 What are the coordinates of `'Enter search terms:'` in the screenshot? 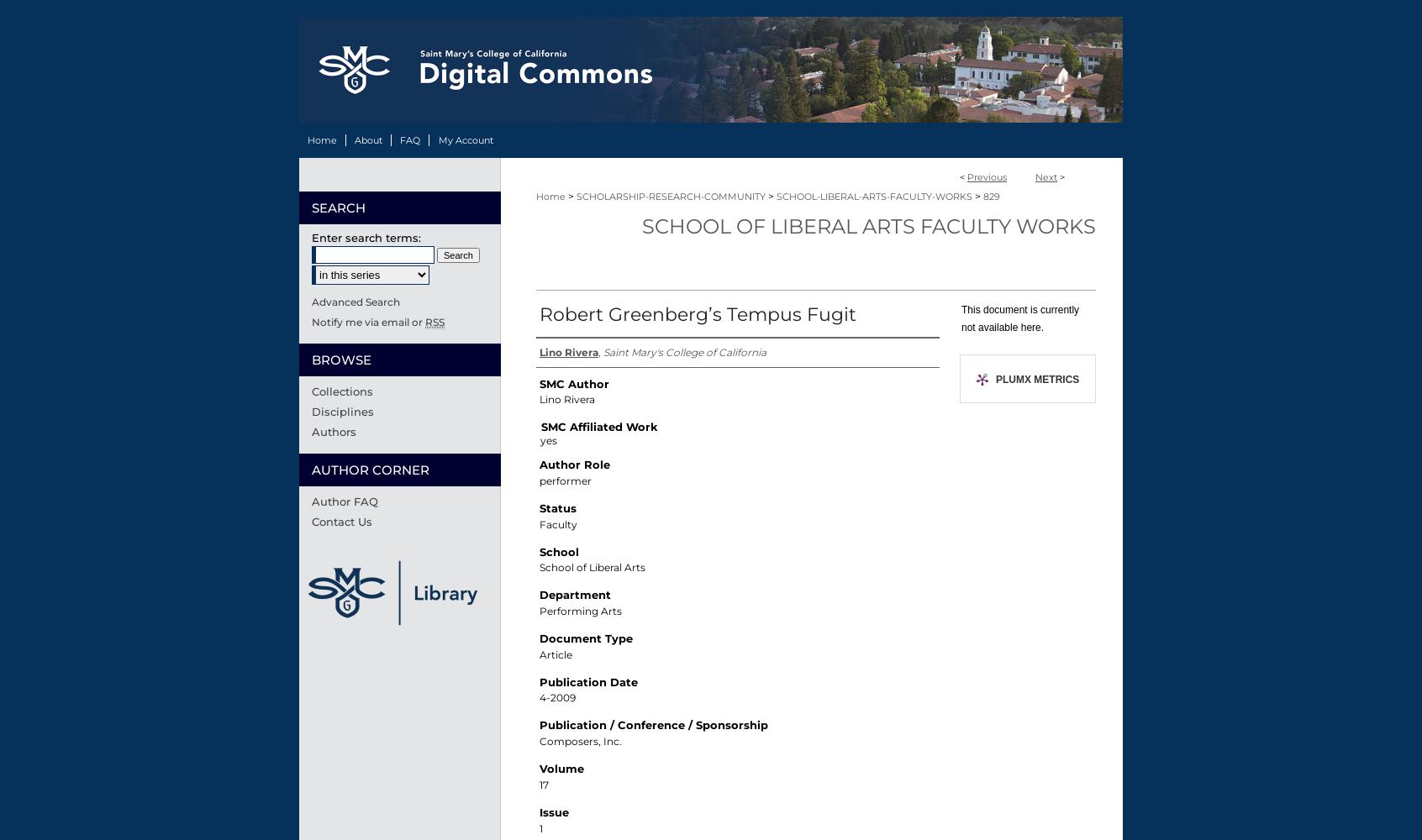 It's located at (366, 238).